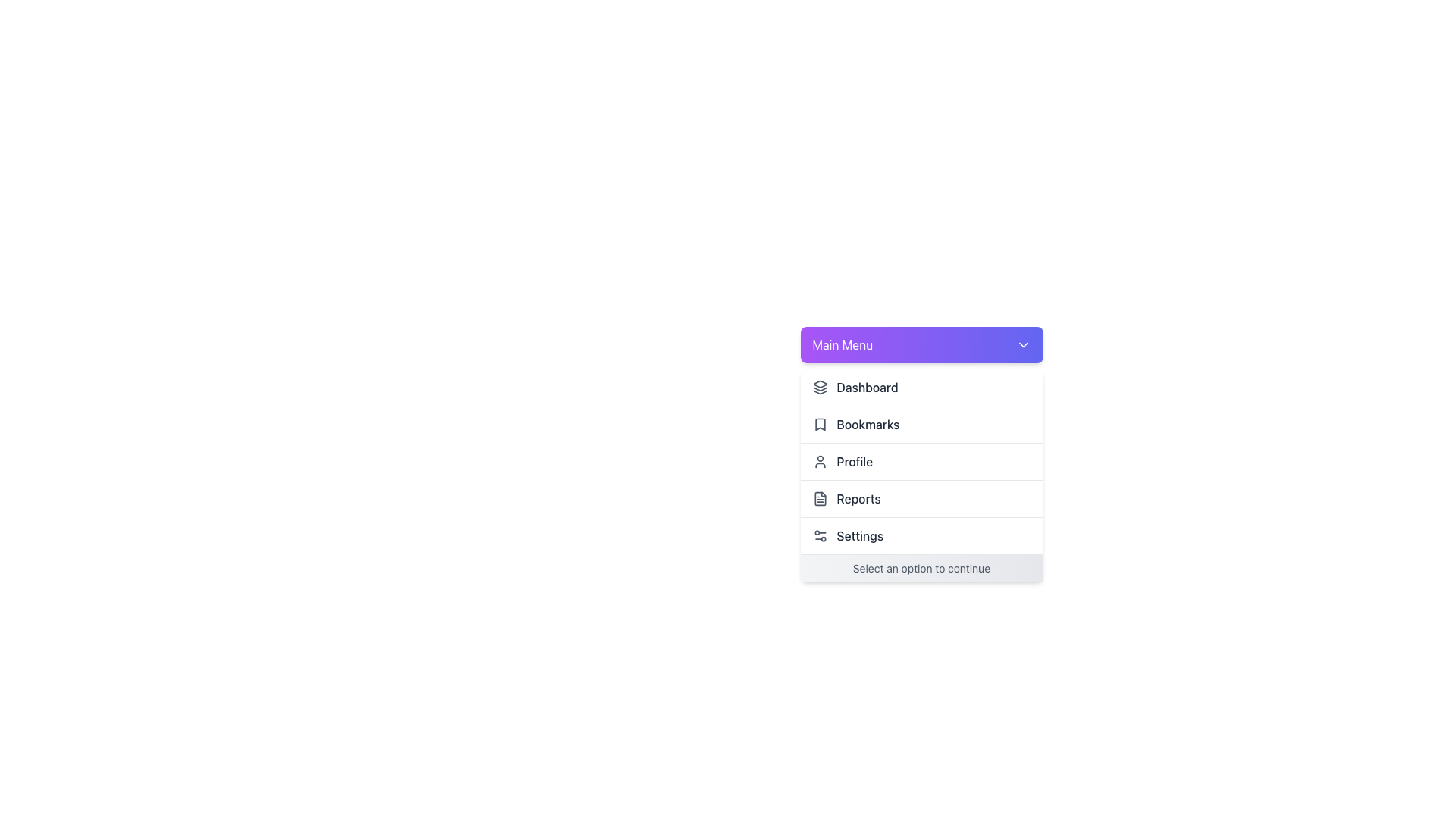 The width and height of the screenshot is (1456, 819). Describe the element at coordinates (1023, 345) in the screenshot. I see `the downward-pointing chevron icon located on the right side of the purple header bar labeled 'Main Menu'` at that location.